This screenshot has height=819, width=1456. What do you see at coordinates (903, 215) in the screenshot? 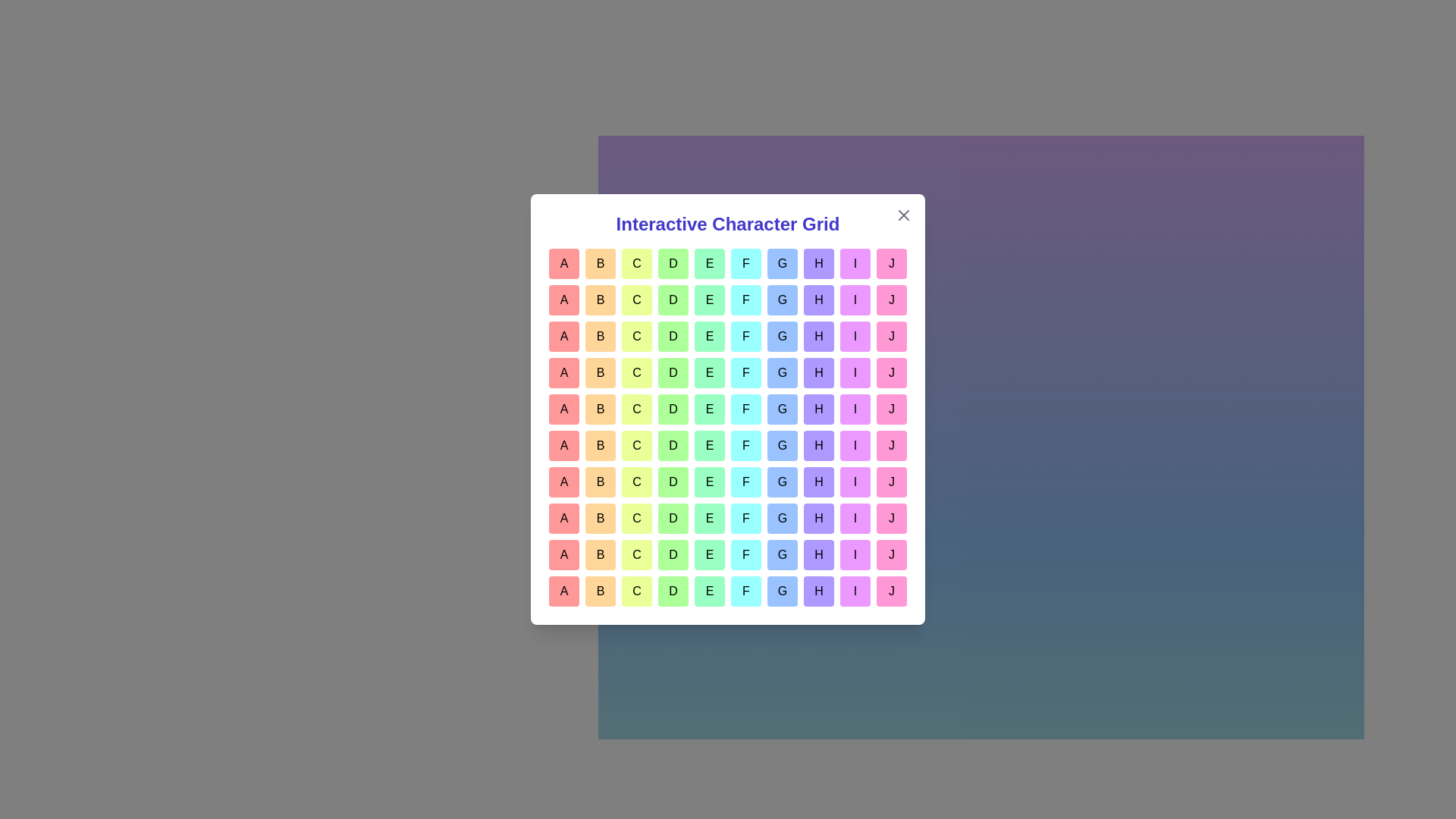
I see `the close button to dismiss the dialog` at bounding box center [903, 215].